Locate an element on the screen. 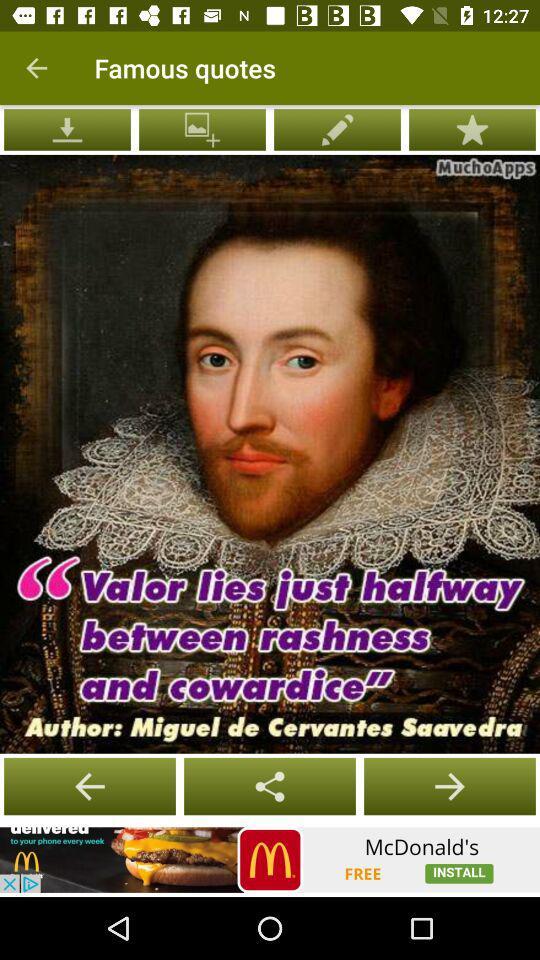 This screenshot has width=540, height=960. mcdonalds advertisement is located at coordinates (270, 859).